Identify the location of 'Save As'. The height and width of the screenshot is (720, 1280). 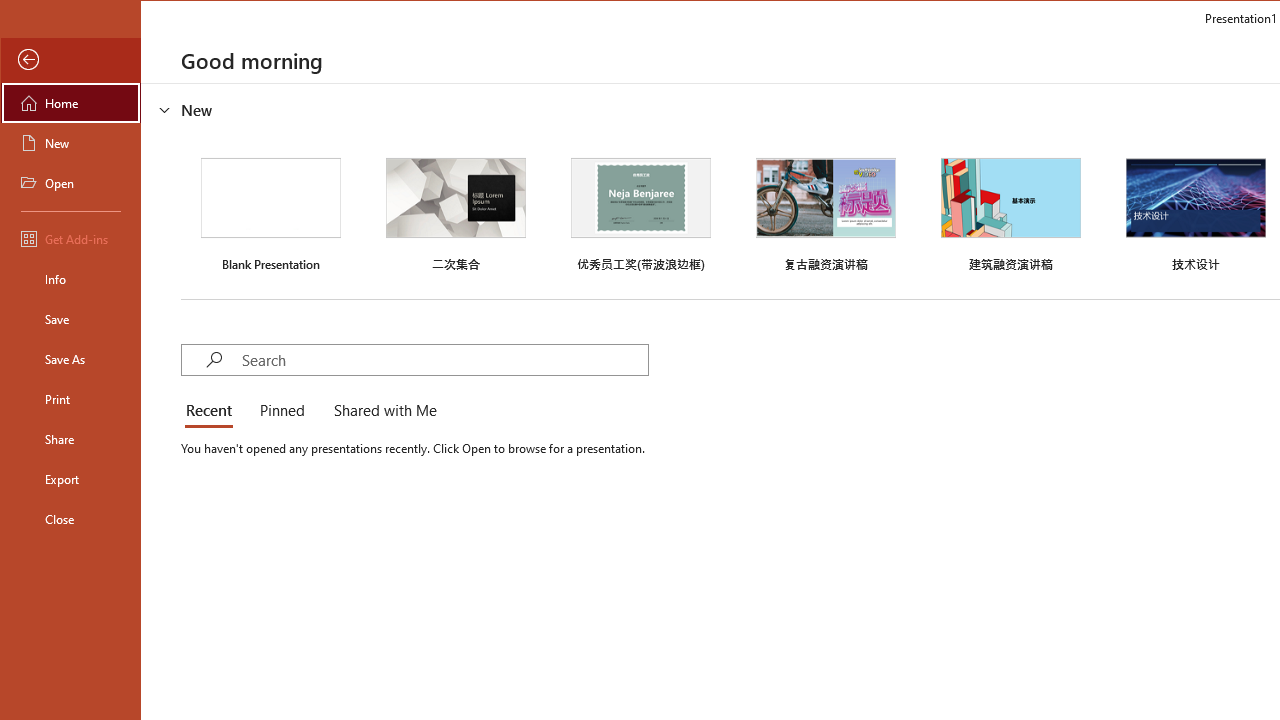
(71, 357).